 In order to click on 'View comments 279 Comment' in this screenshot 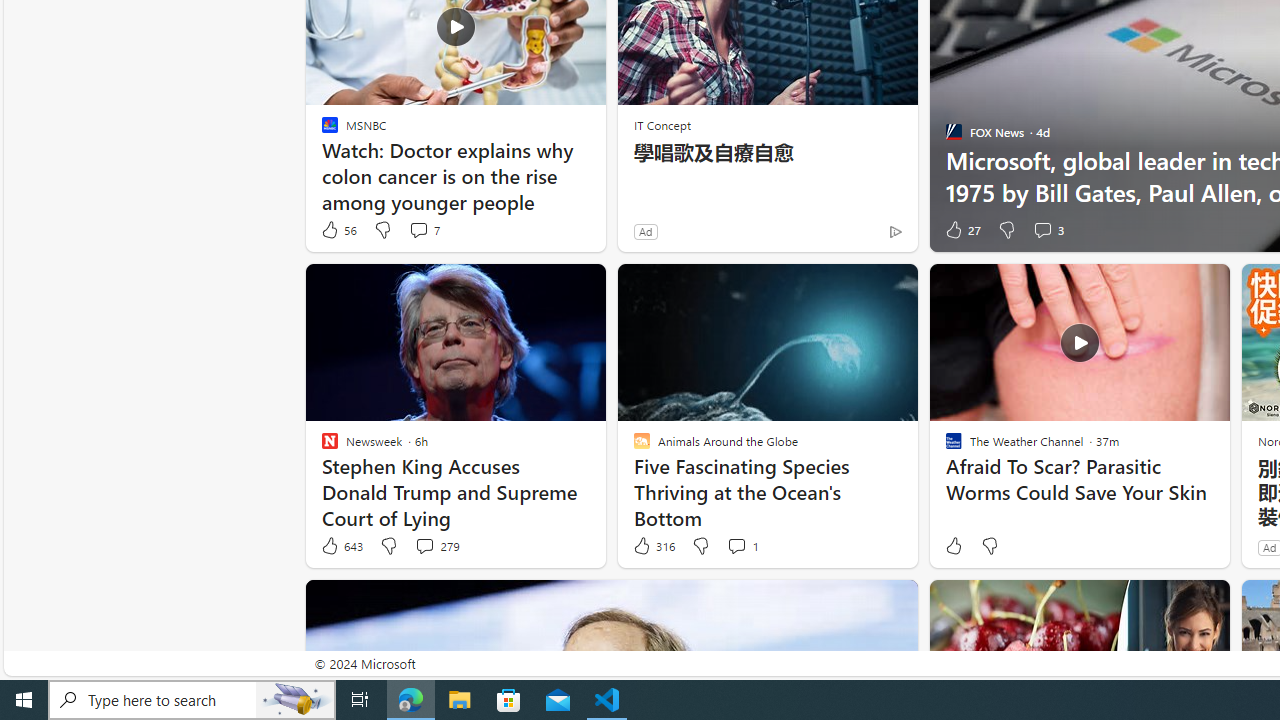, I will do `click(423, 545)`.